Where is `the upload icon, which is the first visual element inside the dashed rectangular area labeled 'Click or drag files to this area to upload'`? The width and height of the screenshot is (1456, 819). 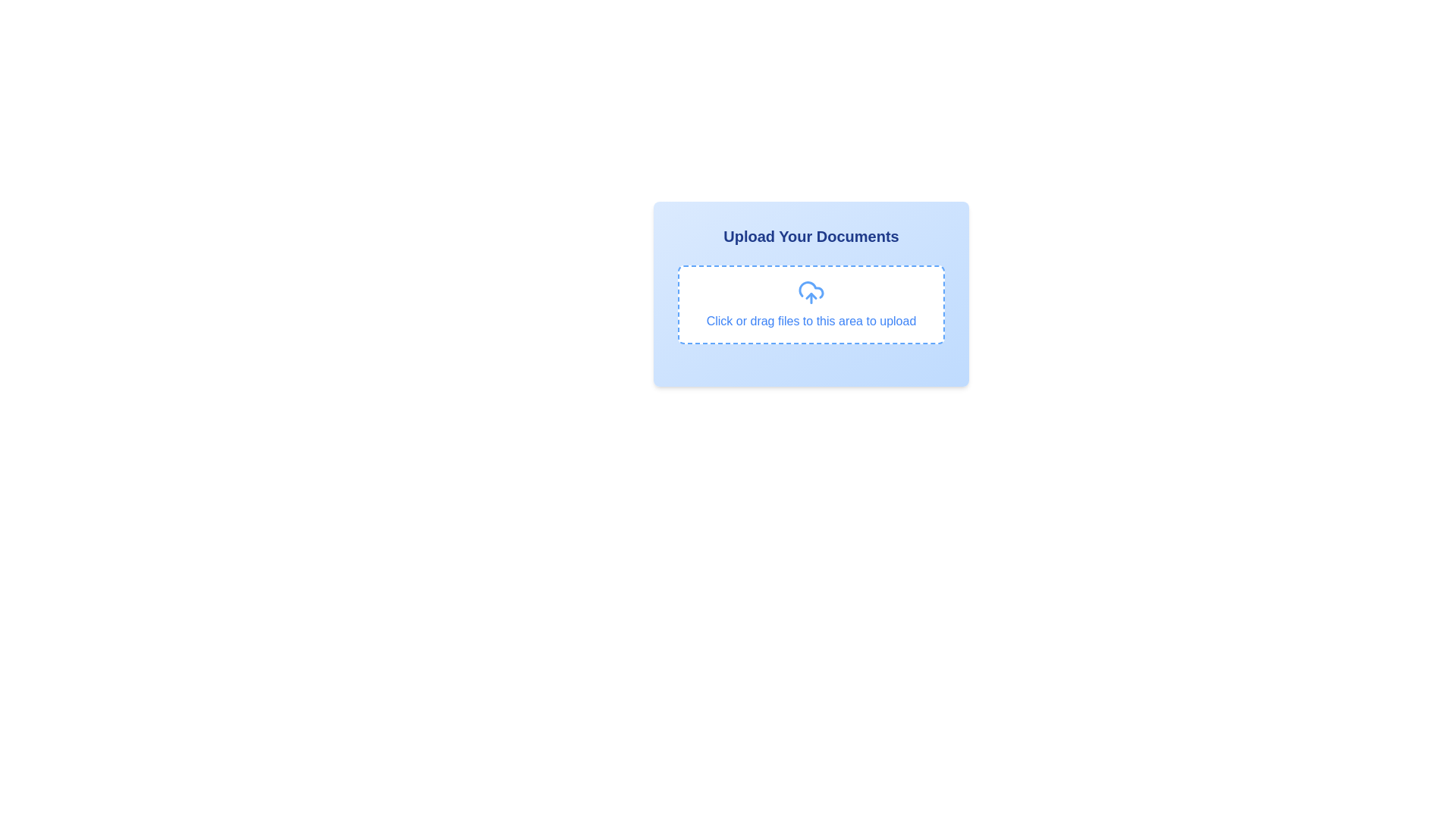 the upload icon, which is the first visual element inside the dashed rectangular area labeled 'Click or drag files to this area to upload' is located at coordinates (811, 292).